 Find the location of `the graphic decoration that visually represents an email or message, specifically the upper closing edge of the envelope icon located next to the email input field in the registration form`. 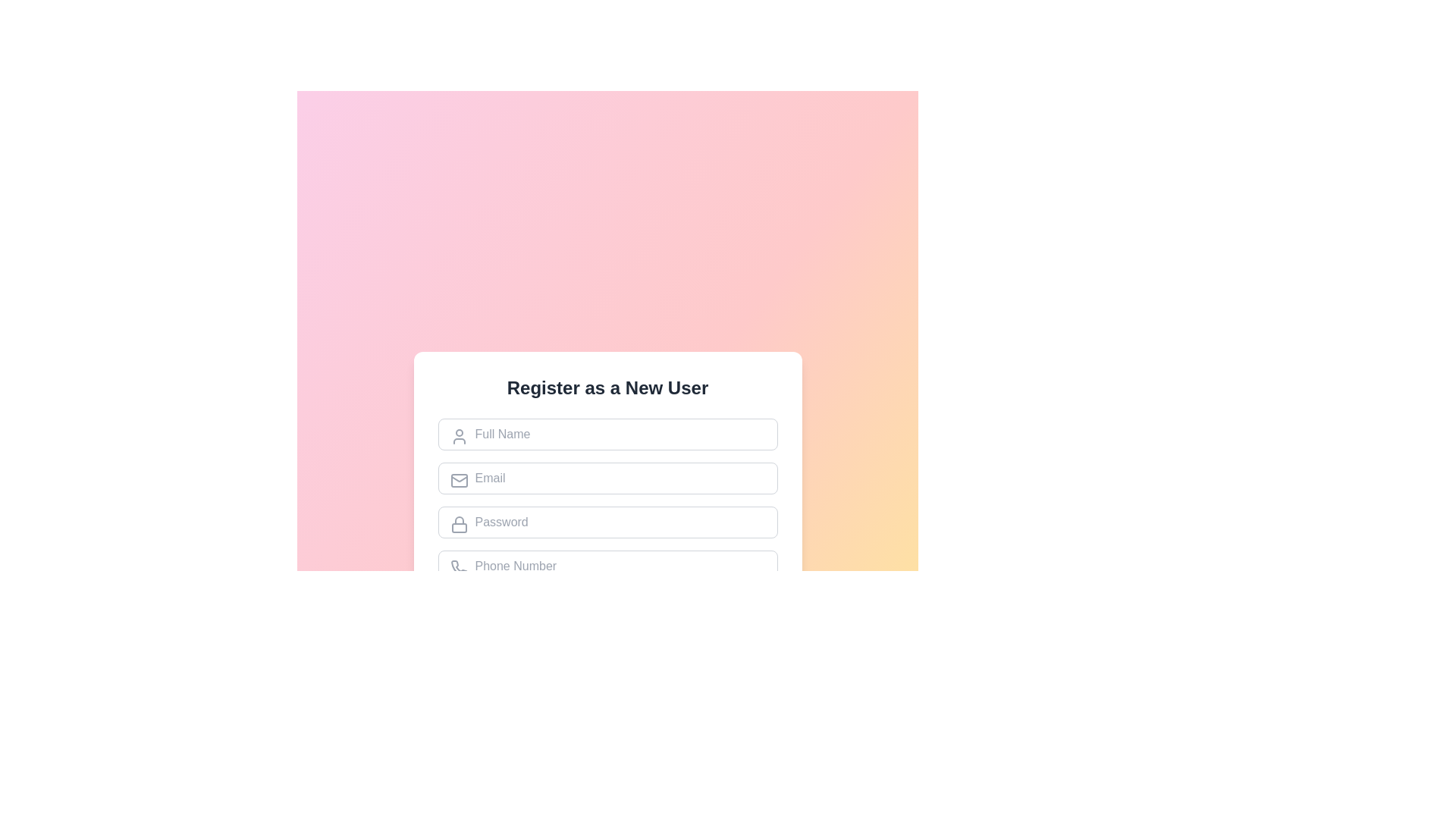

the graphic decoration that visually represents an email or message, specifically the upper closing edge of the envelope icon located next to the email input field in the registration form is located at coordinates (458, 479).